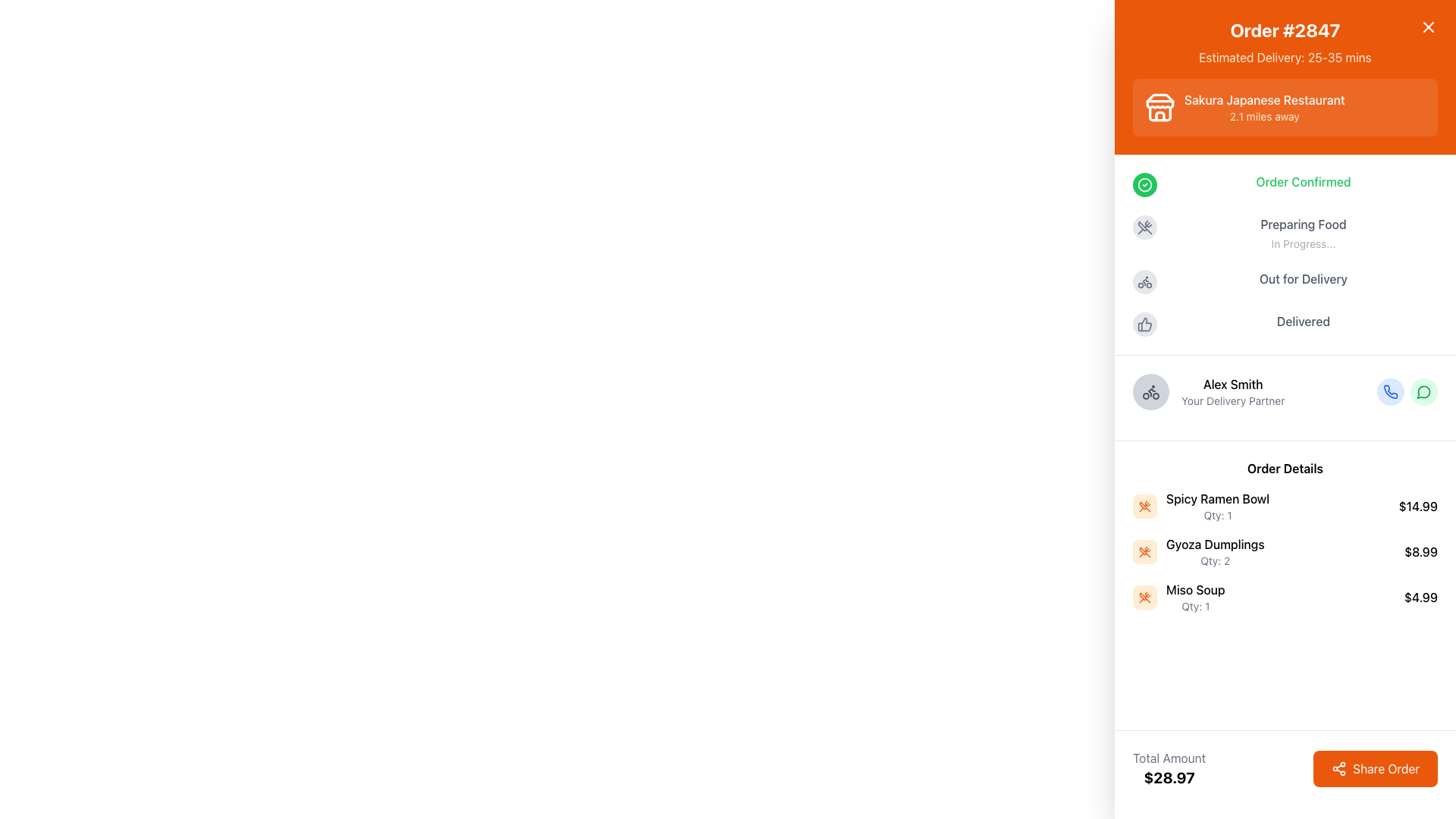  I want to click on the Informational Text Display that shows the total monetary amount for an order, located in the lower-left section of the interface, so click(1169, 769).